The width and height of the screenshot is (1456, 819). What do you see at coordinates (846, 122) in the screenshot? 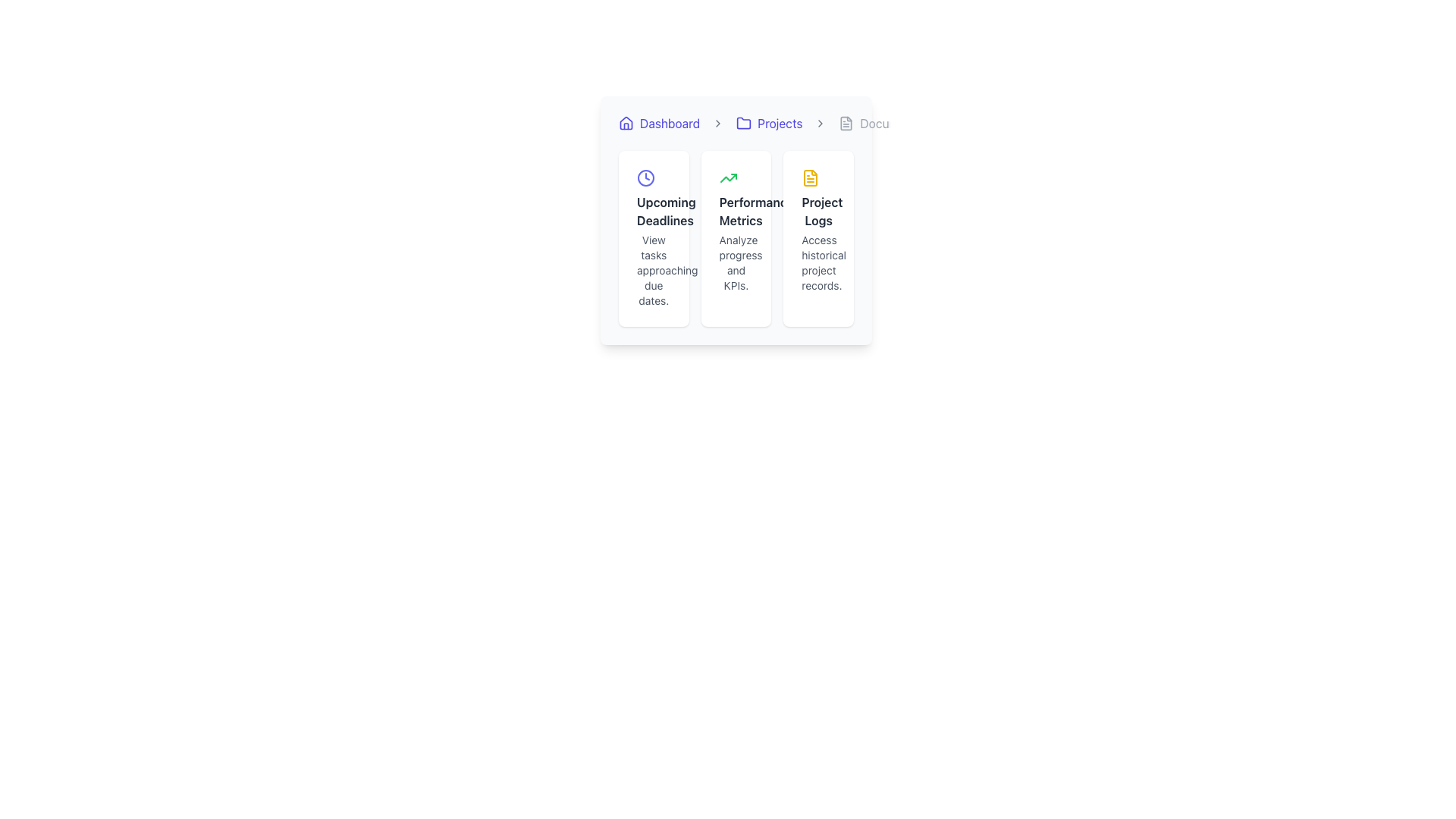
I see `the 'Document' icon in the breadcrumb navigation bar, which is located in the upper-right corner of the interface before the 'Document' text label` at bounding box center [846, 122].